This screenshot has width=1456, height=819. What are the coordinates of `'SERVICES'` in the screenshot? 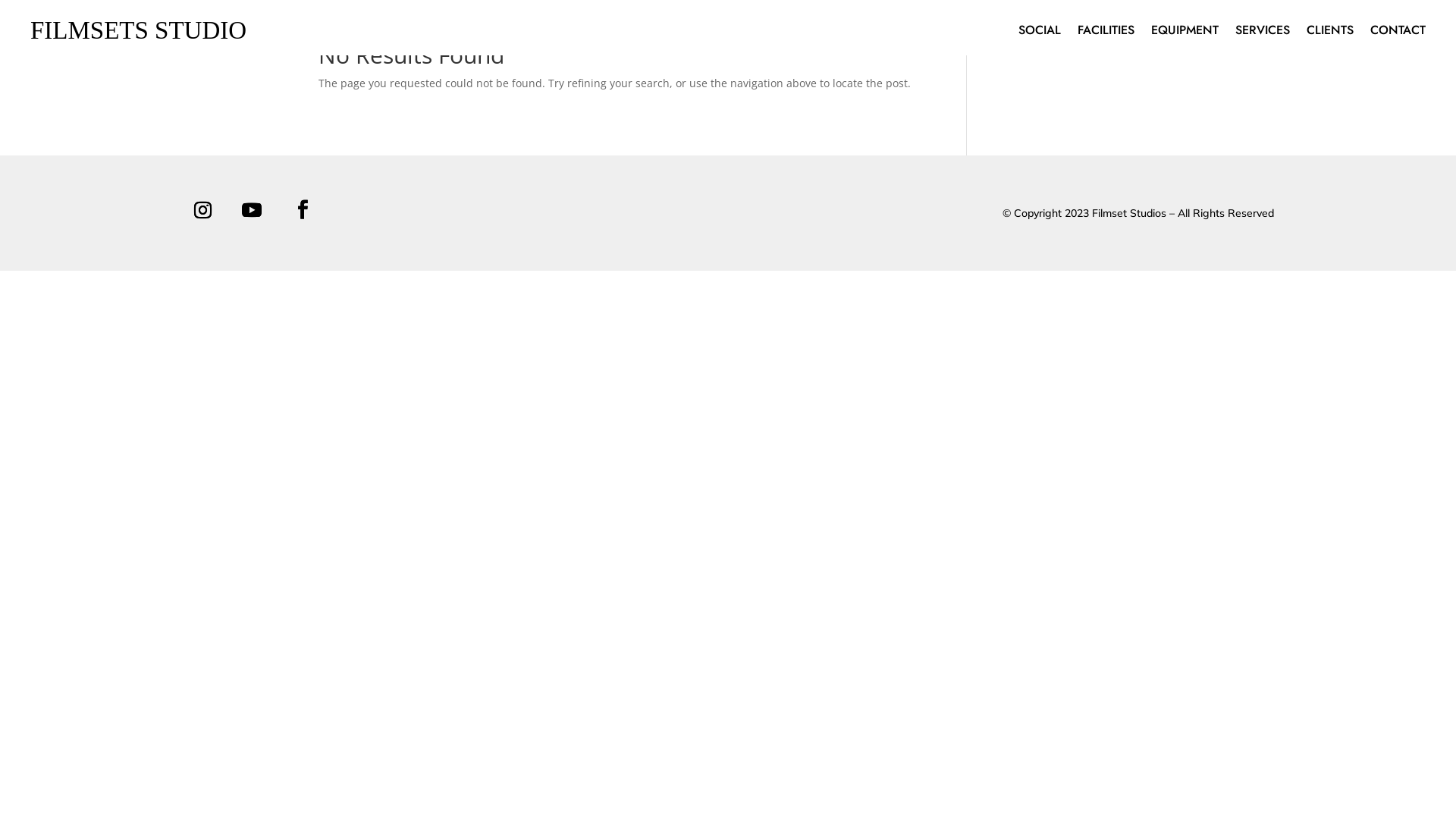 It's located at (1263, 33).